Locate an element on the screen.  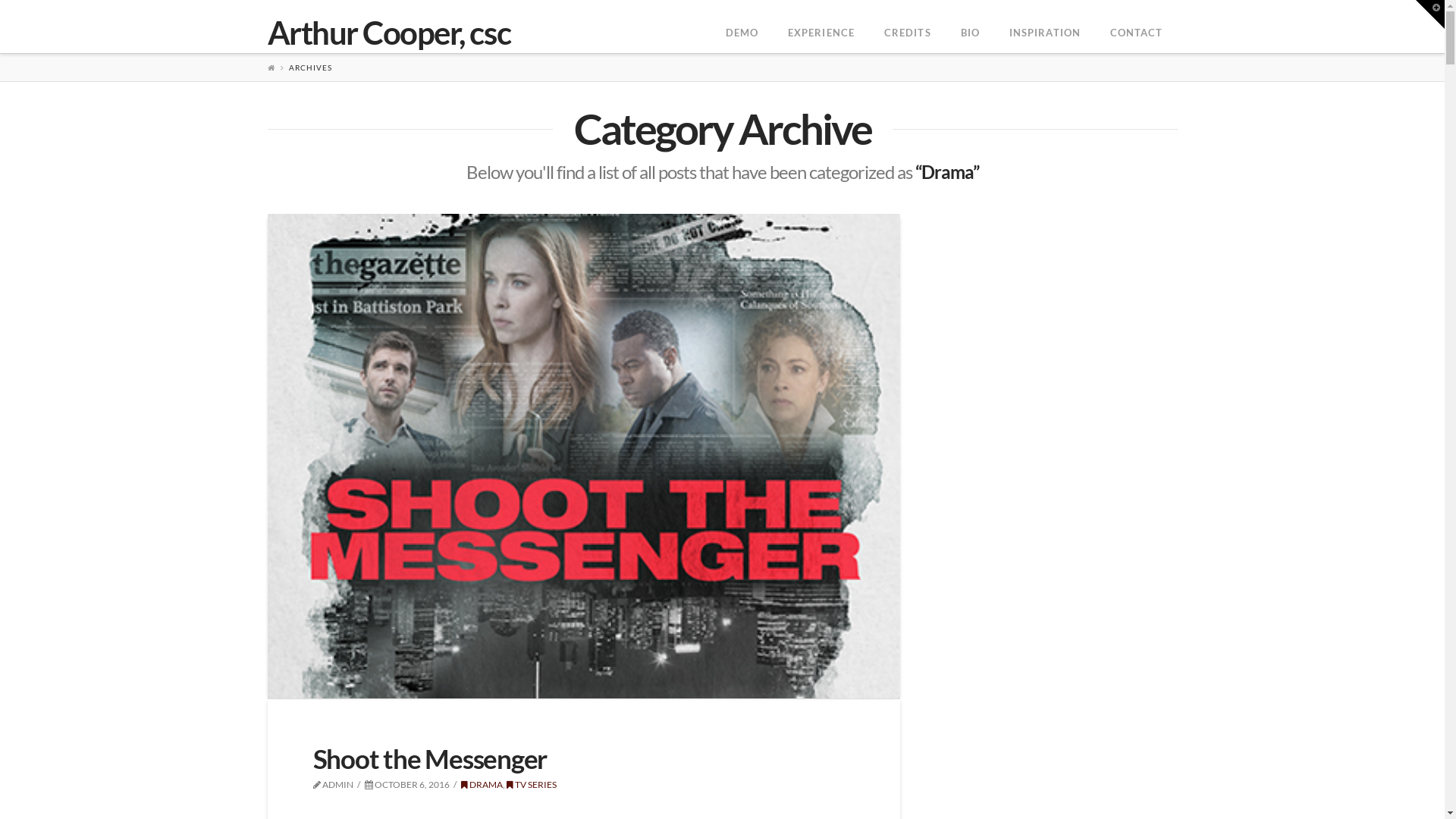
'DEMO' is located at coordinates (709, 26).